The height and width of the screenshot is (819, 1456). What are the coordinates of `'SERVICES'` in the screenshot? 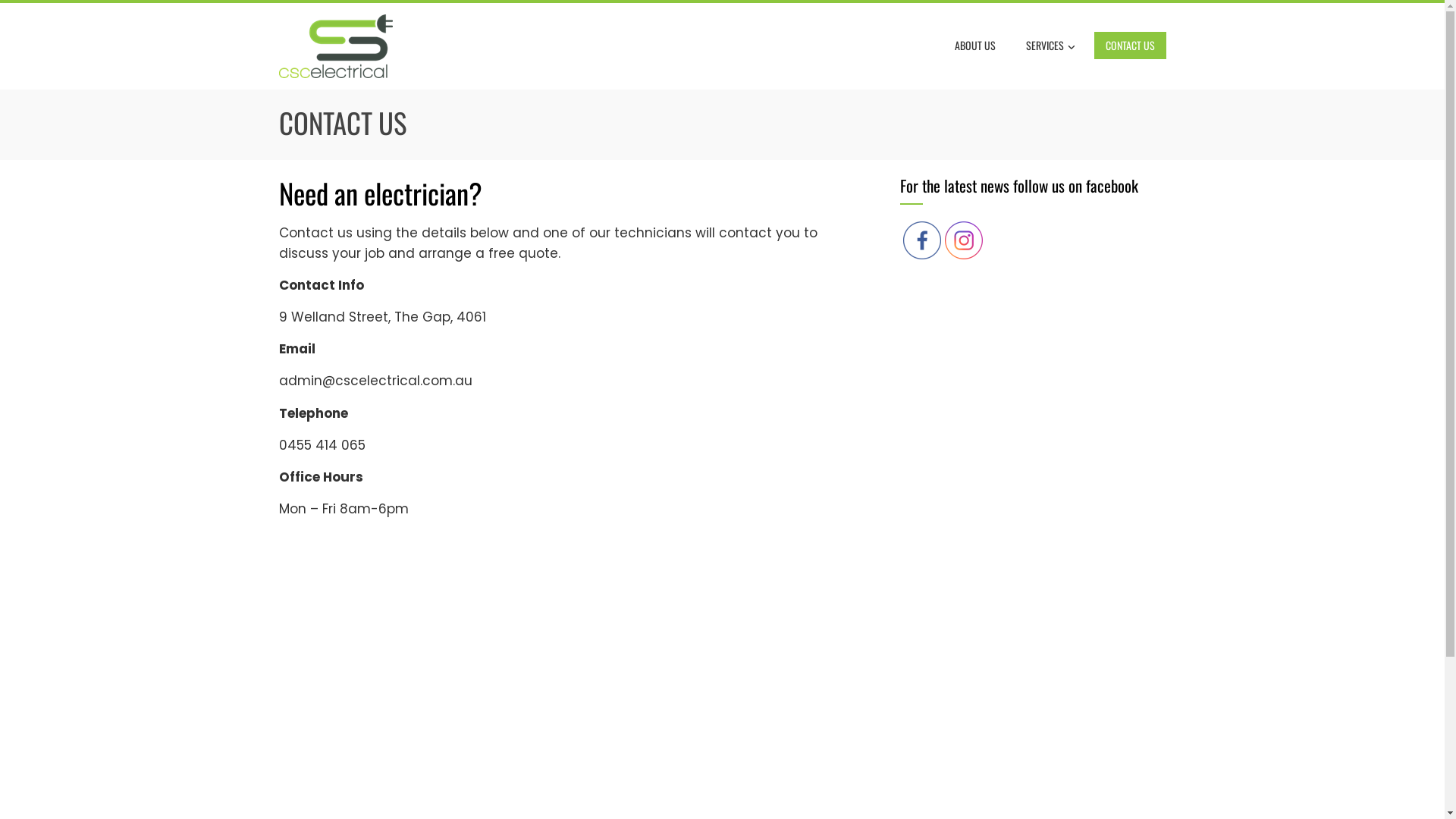 It's located at (1050, 45).